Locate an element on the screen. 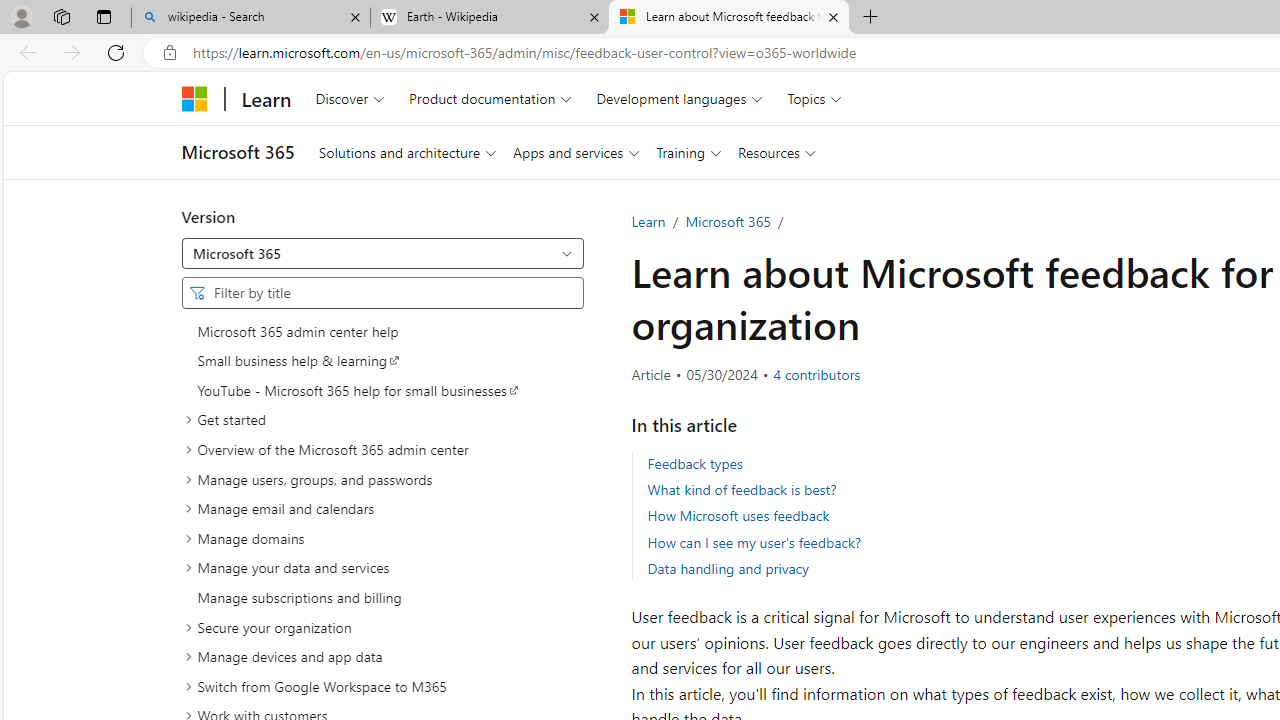 The image size is (1280, 720). 'What kind of feedback is best?' is located at coordinates (740, 489).